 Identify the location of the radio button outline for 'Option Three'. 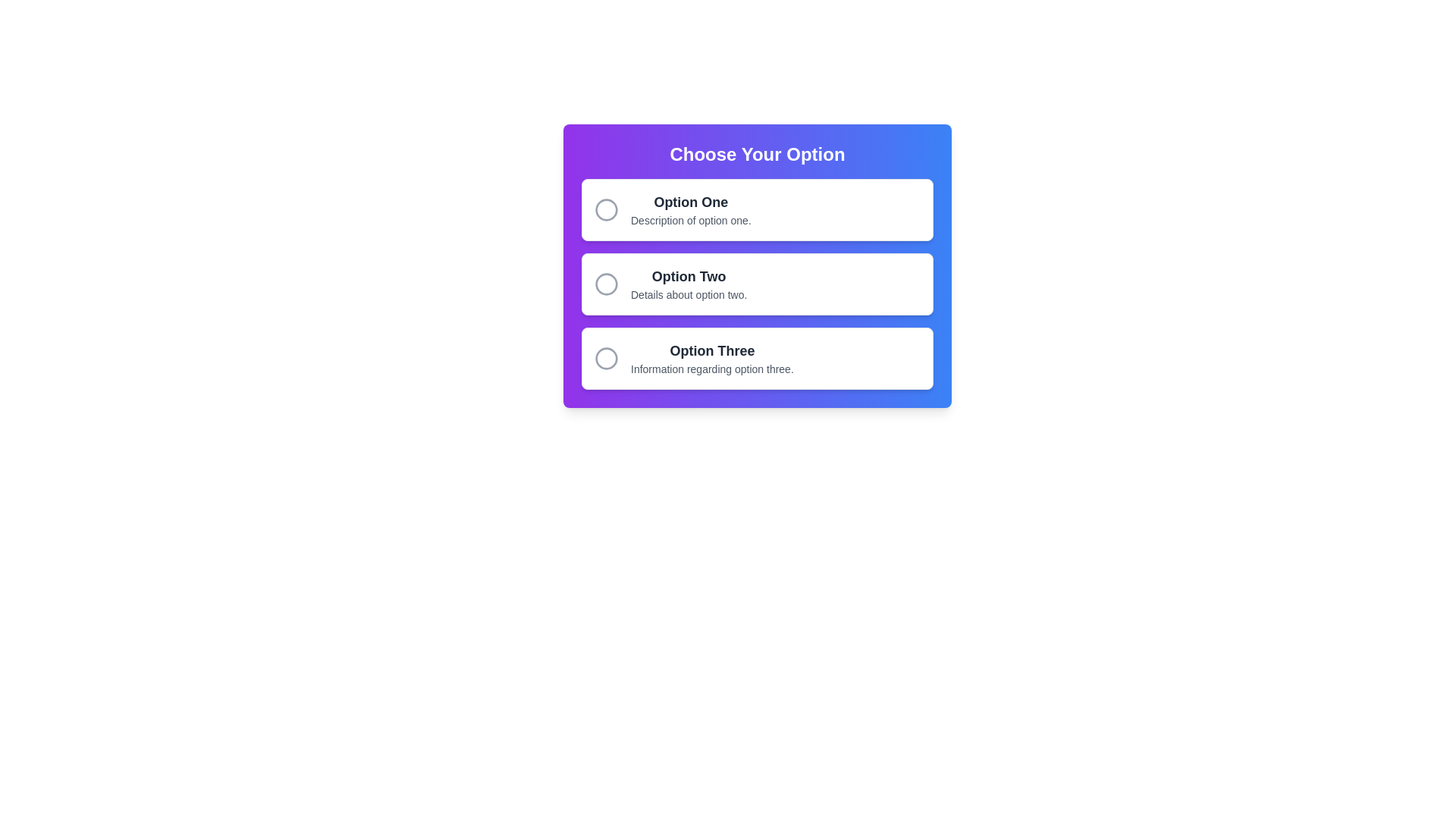
(607, 359).